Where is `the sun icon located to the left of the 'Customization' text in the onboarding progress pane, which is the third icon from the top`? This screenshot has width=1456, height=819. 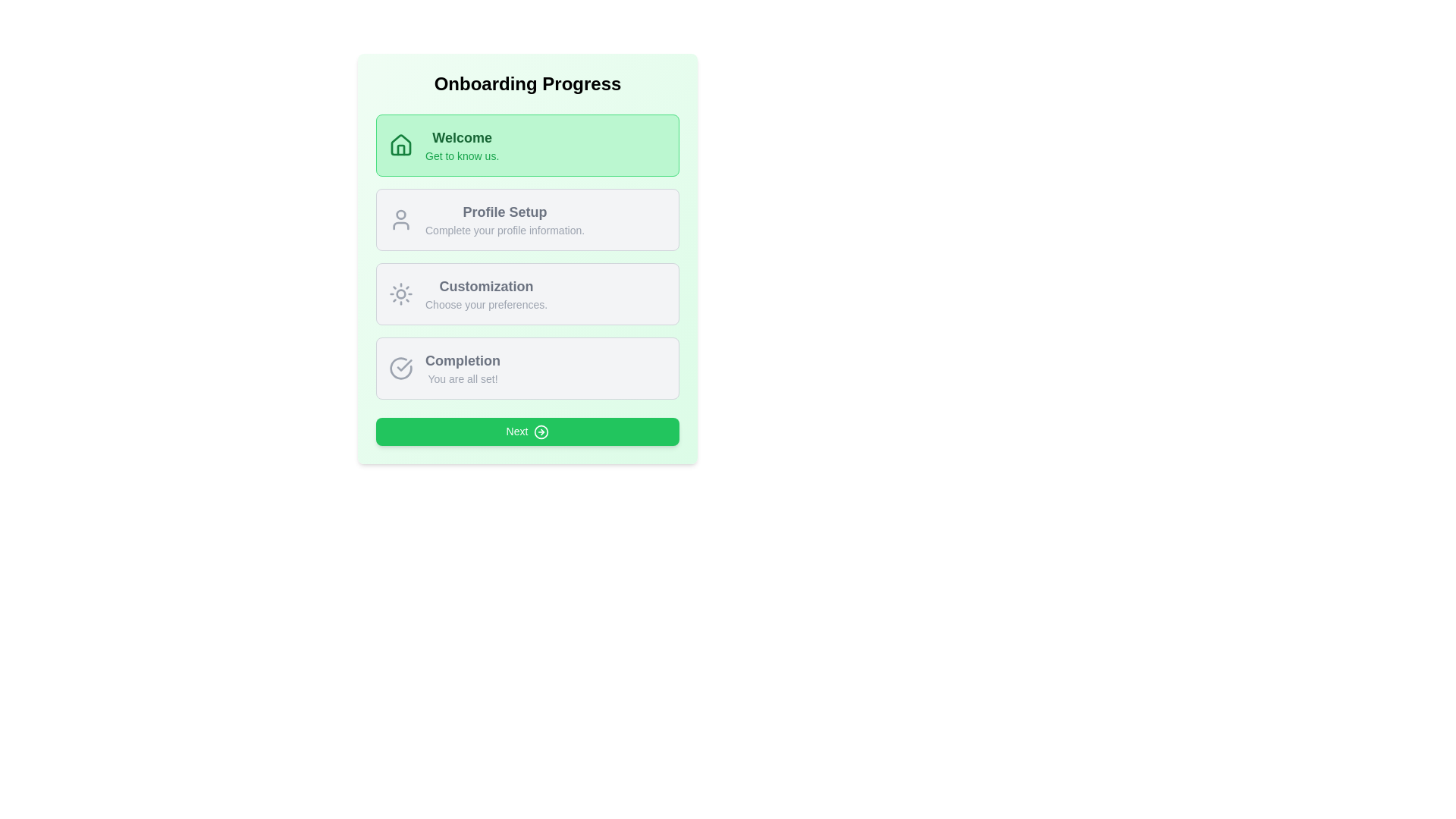 the sun icon located to the left of the 'Customization' text in the onboarding progress pane, which is the third icon from the top is located at coordinates (400, 294).